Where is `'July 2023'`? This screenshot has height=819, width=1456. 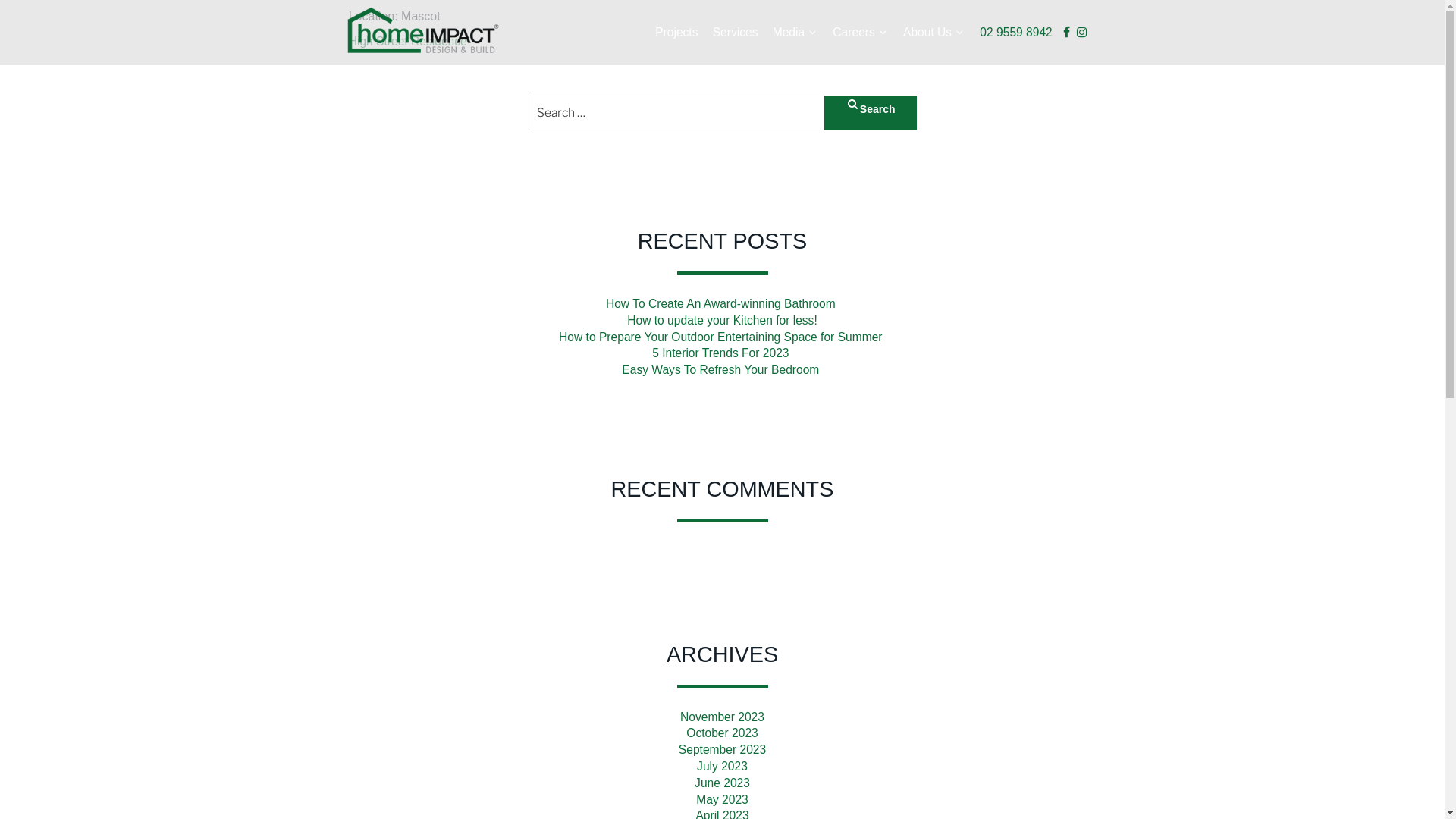 'July 2023' is located at coordinates (721, 766).